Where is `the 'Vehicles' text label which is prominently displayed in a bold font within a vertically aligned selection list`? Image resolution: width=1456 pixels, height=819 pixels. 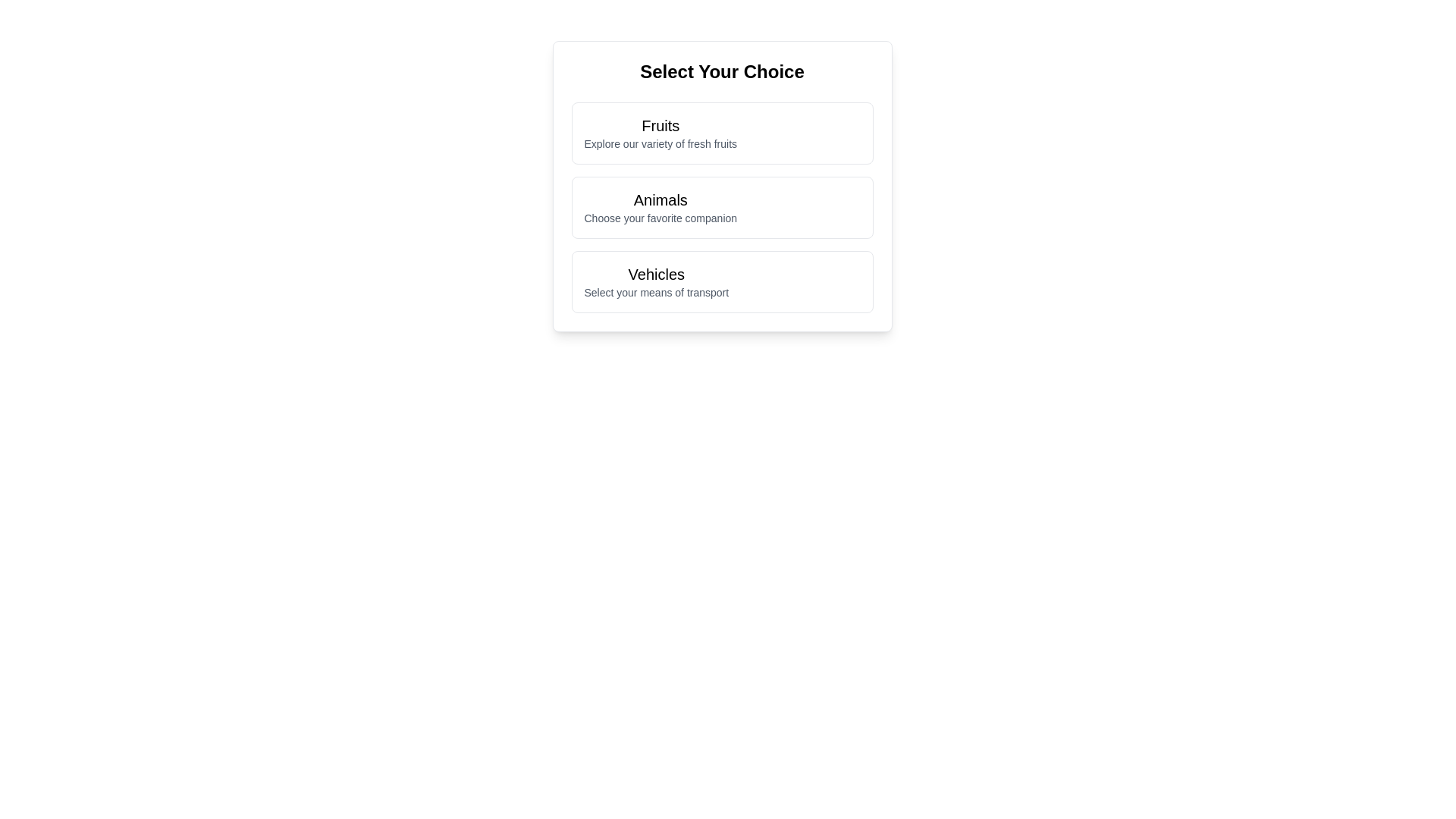
the 'Vehicles' text label which is prominently displayed in a bold font within a vertically aligned selection list is located at coordinates (656, 275).